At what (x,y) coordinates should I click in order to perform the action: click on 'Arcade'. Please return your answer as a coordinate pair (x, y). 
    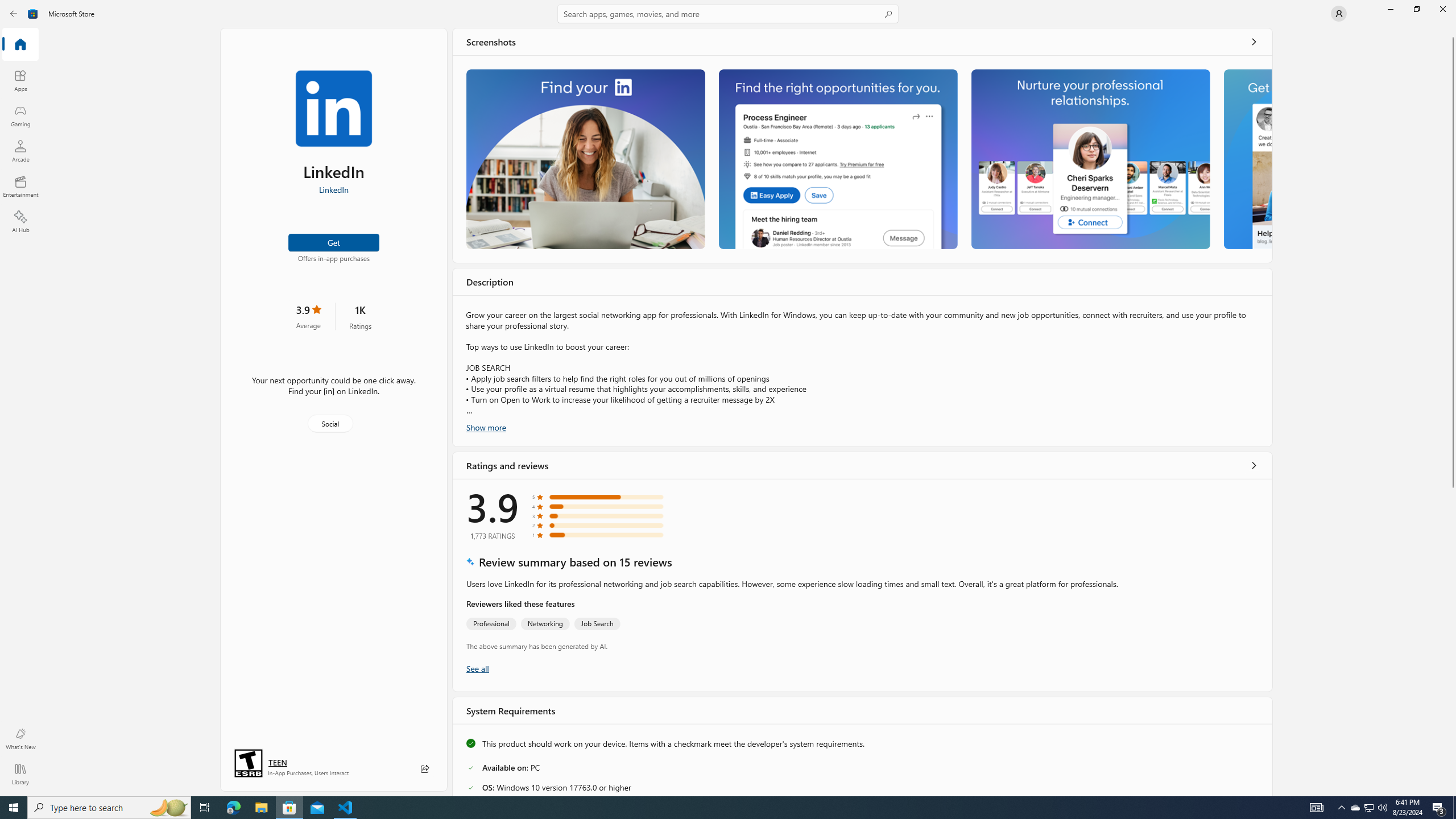
    Looking at the image, I should click on (19, 150).